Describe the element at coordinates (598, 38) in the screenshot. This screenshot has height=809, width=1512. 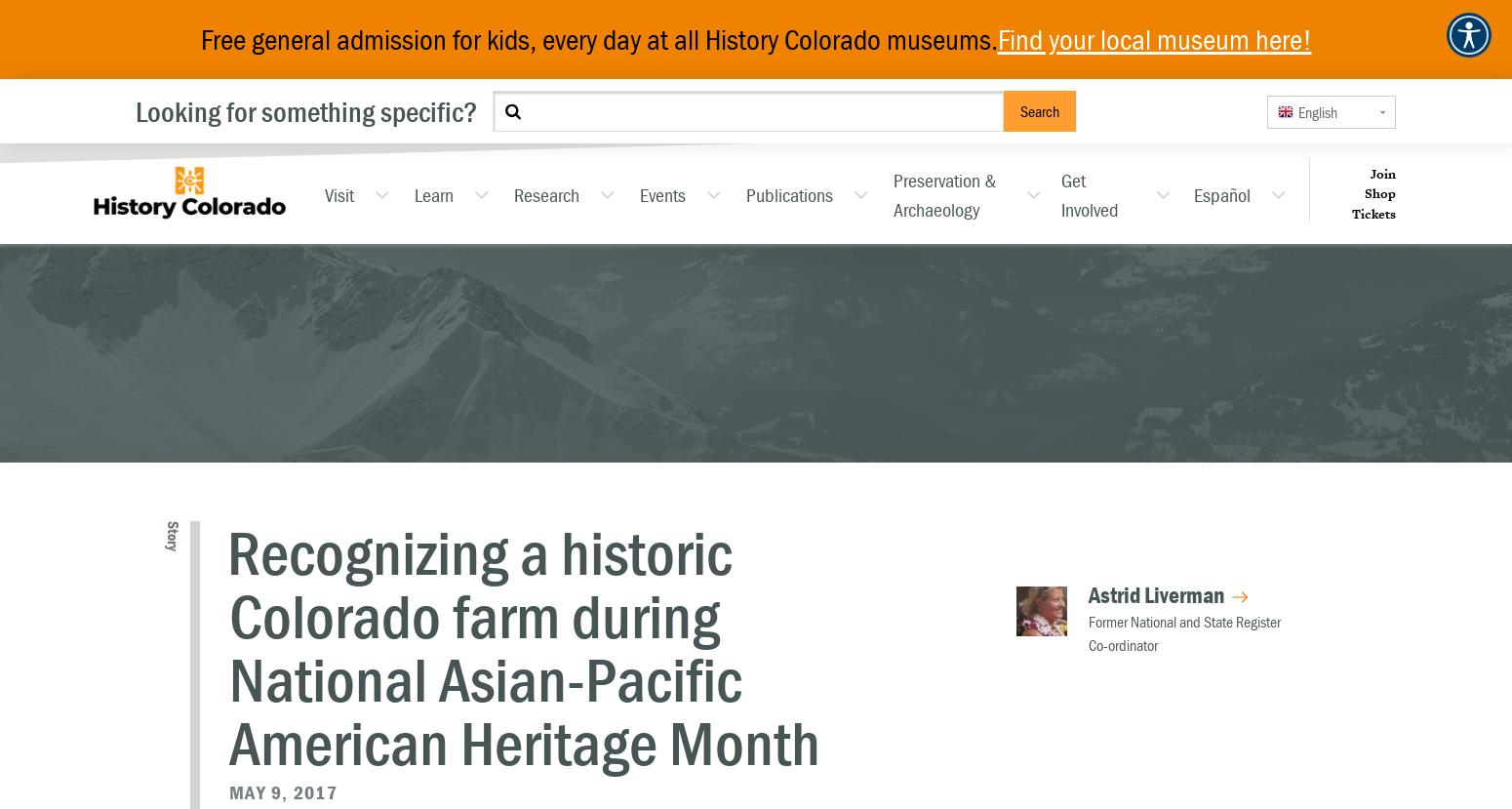
I see `'Free general admission for kids, every day at all History Colorado museums.'` at that location.